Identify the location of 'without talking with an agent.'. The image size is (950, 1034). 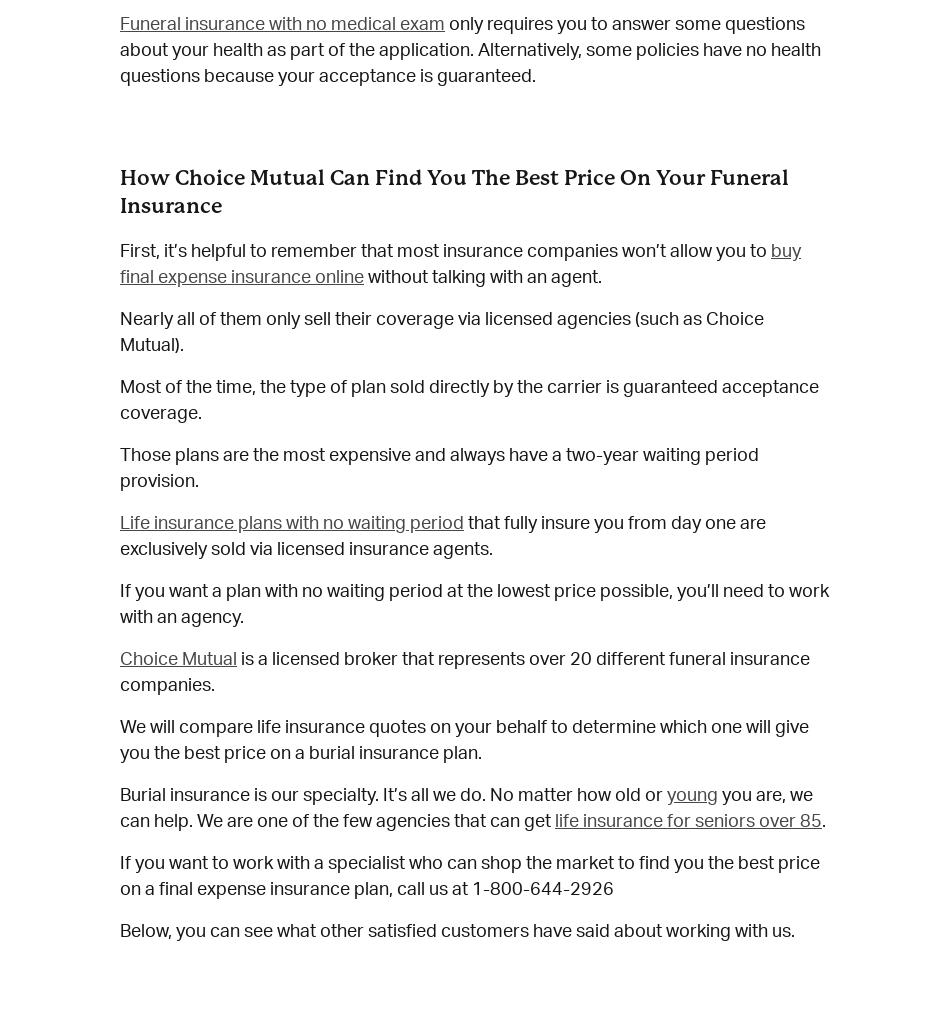
(482, 277).